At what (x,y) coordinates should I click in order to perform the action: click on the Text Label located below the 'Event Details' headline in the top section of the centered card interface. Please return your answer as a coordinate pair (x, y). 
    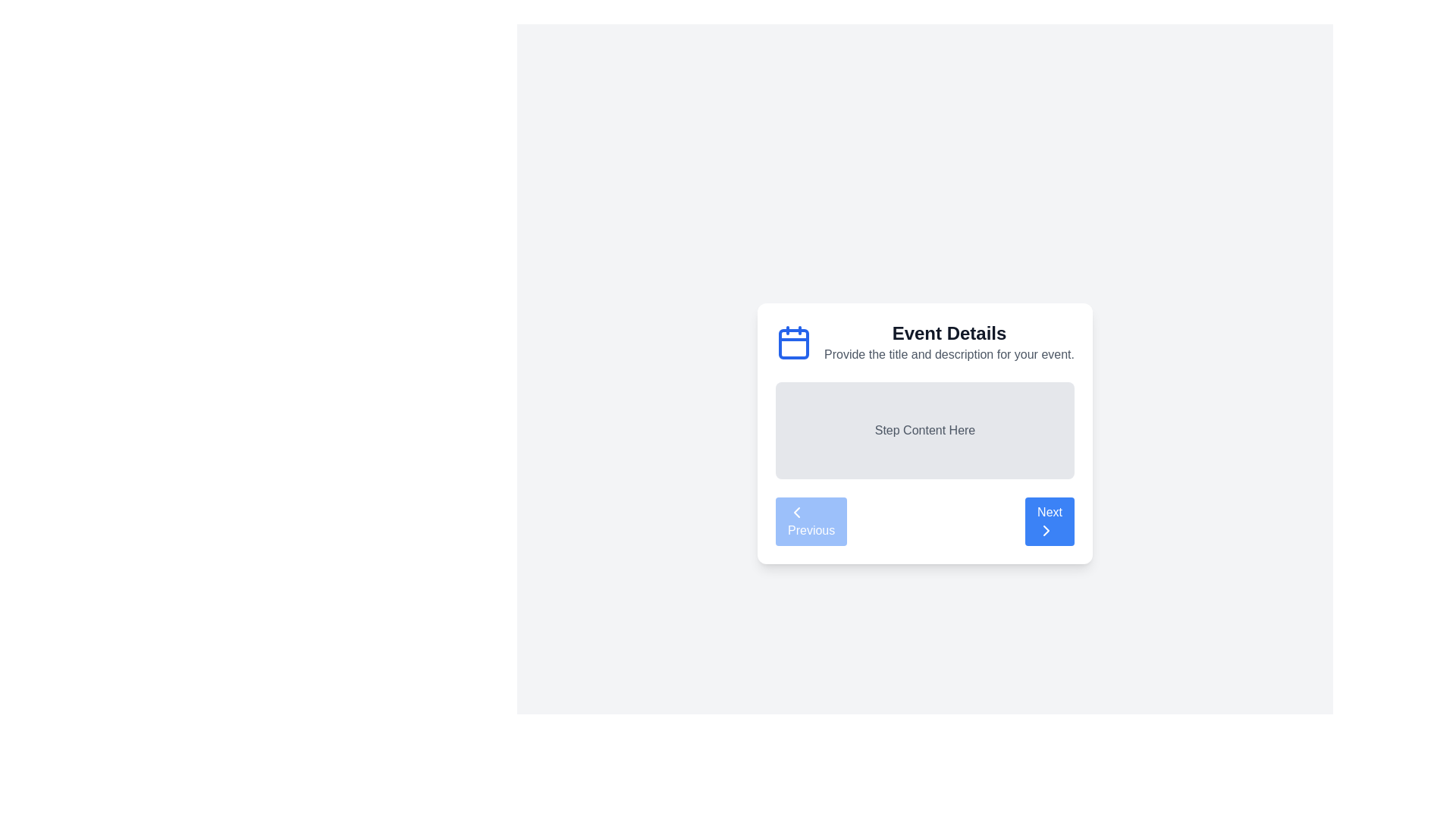
    Looking at the image, I should click on (949, 354).